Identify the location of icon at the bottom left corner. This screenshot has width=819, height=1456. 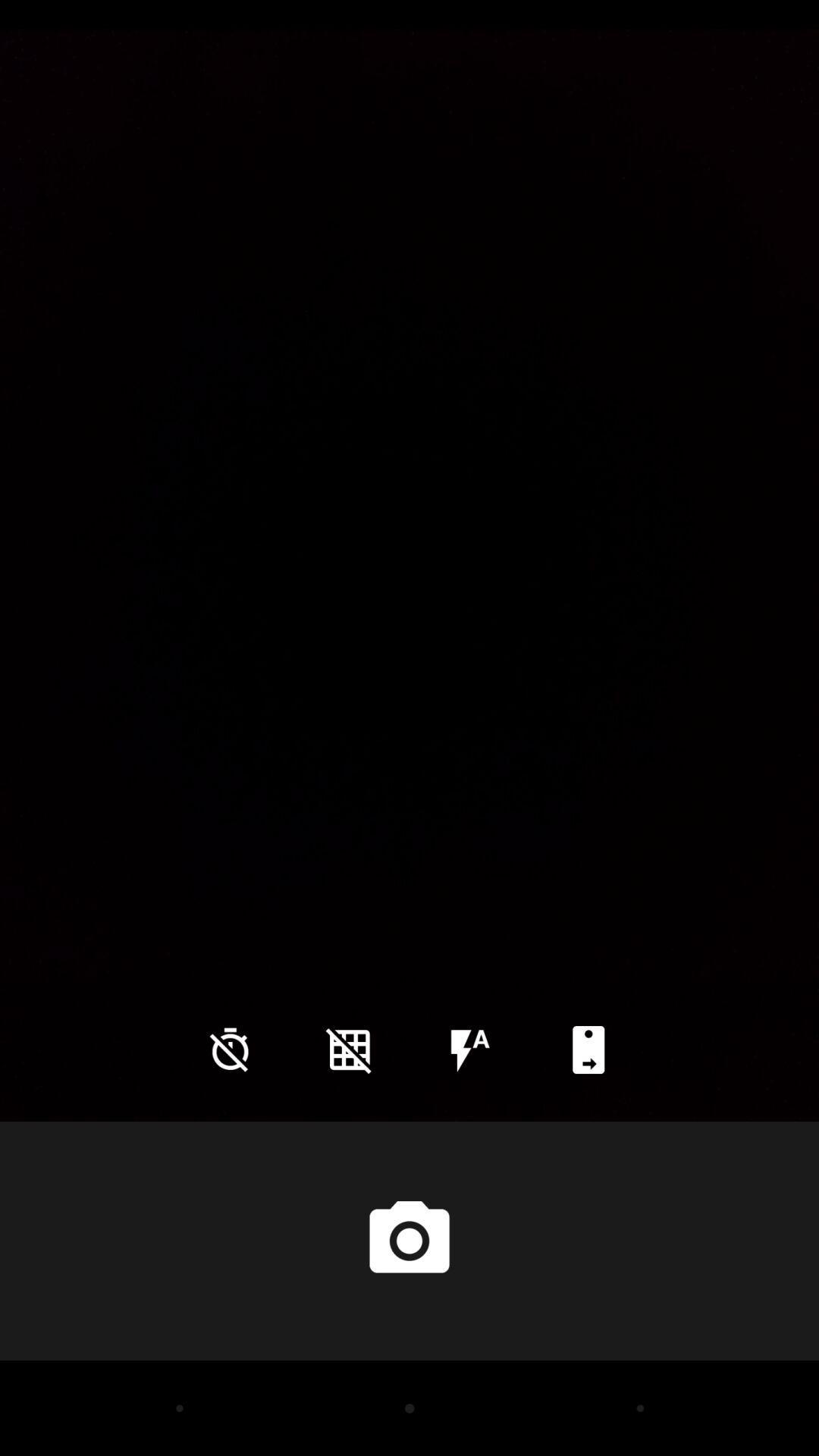
(230, 1049).